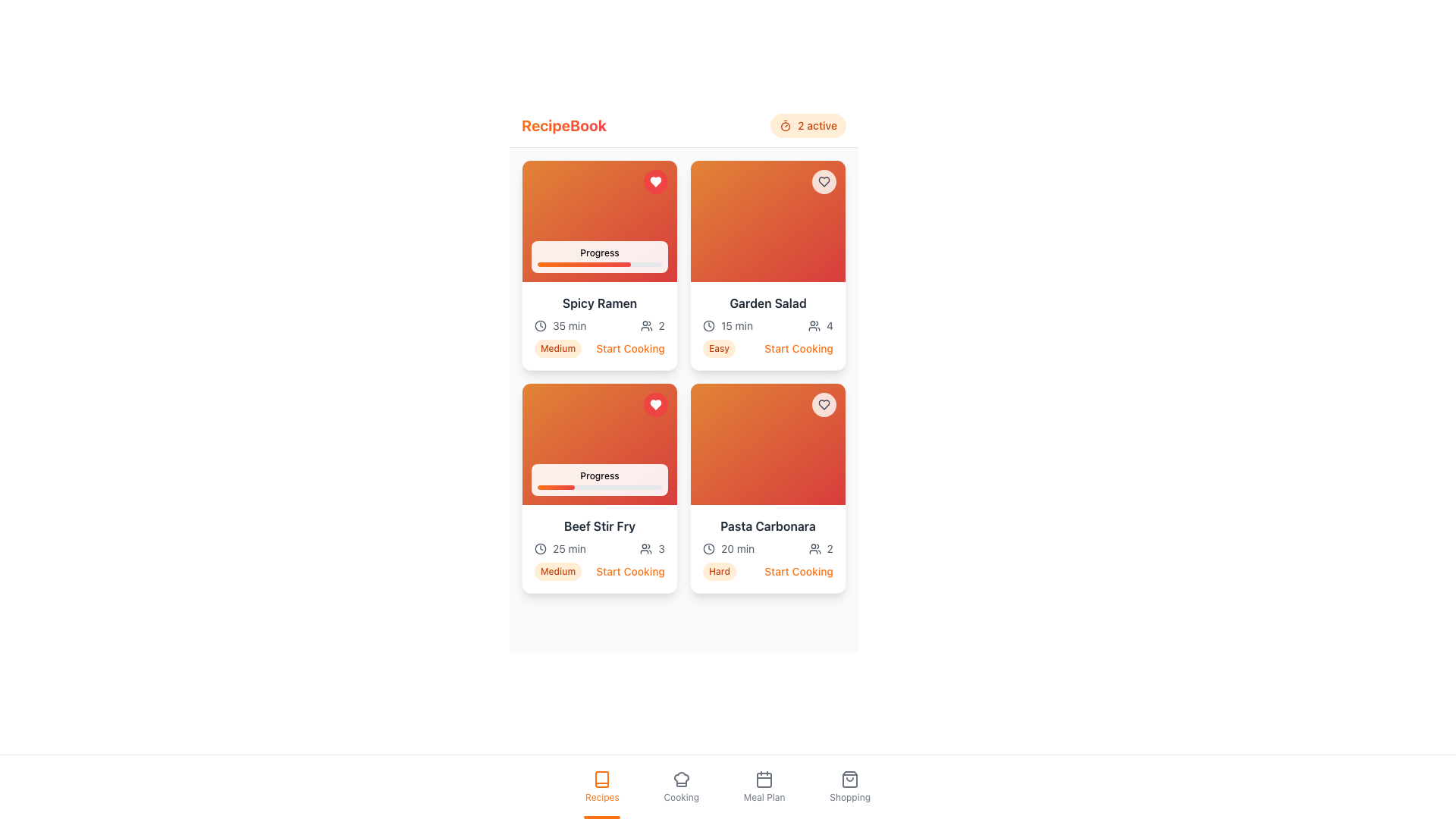 This screenshot has height=819, width=1456. Describe the element at coordinates (814, 549) in the screenshot. I see `the user count icon, which visually indicates the number of active users or items, located to the left of the '2' text in the top section of the interface` at that location.